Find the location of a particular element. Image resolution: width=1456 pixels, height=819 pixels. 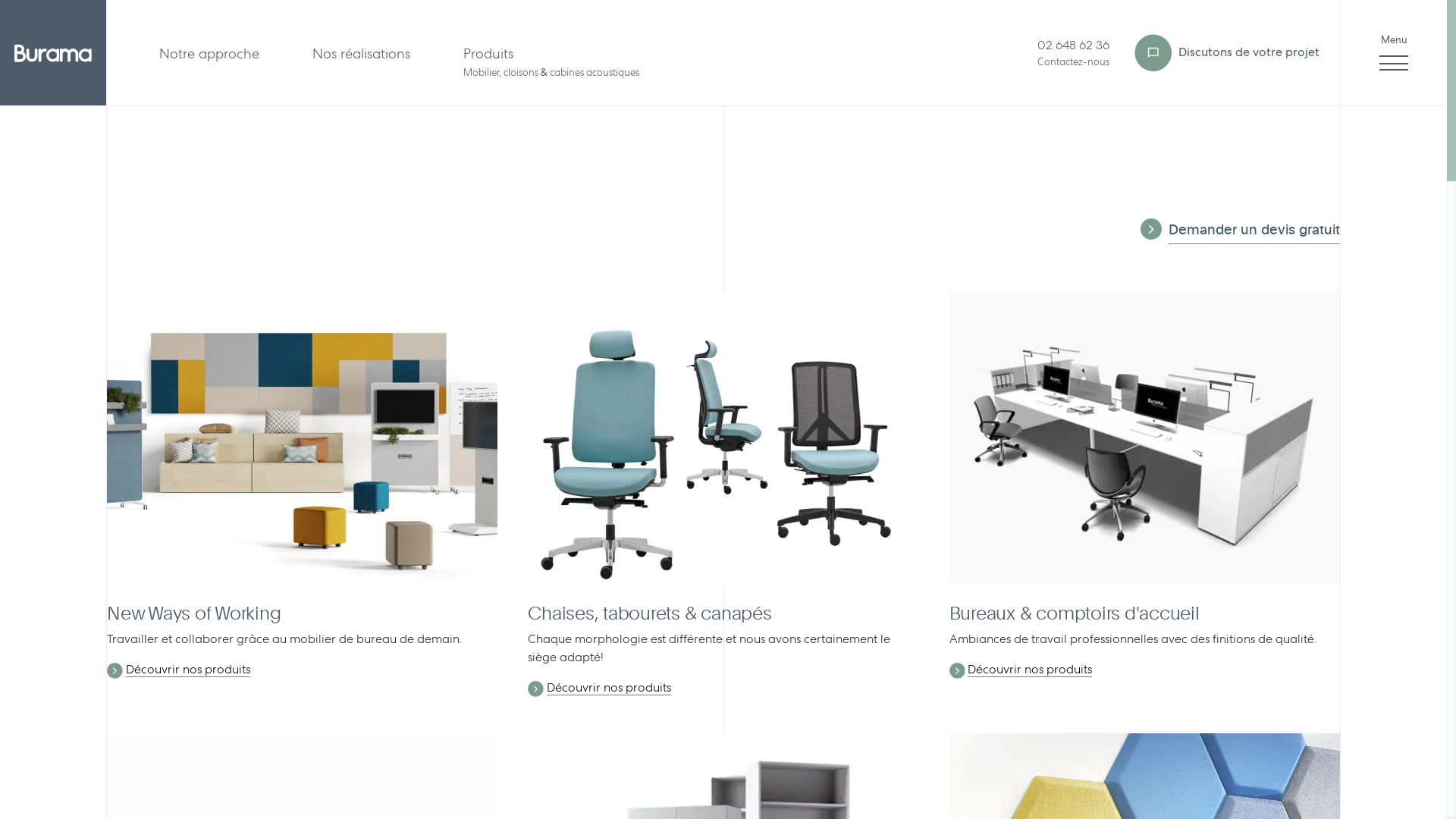

'Contactez-nous' is located at coordinates (1072, 61).